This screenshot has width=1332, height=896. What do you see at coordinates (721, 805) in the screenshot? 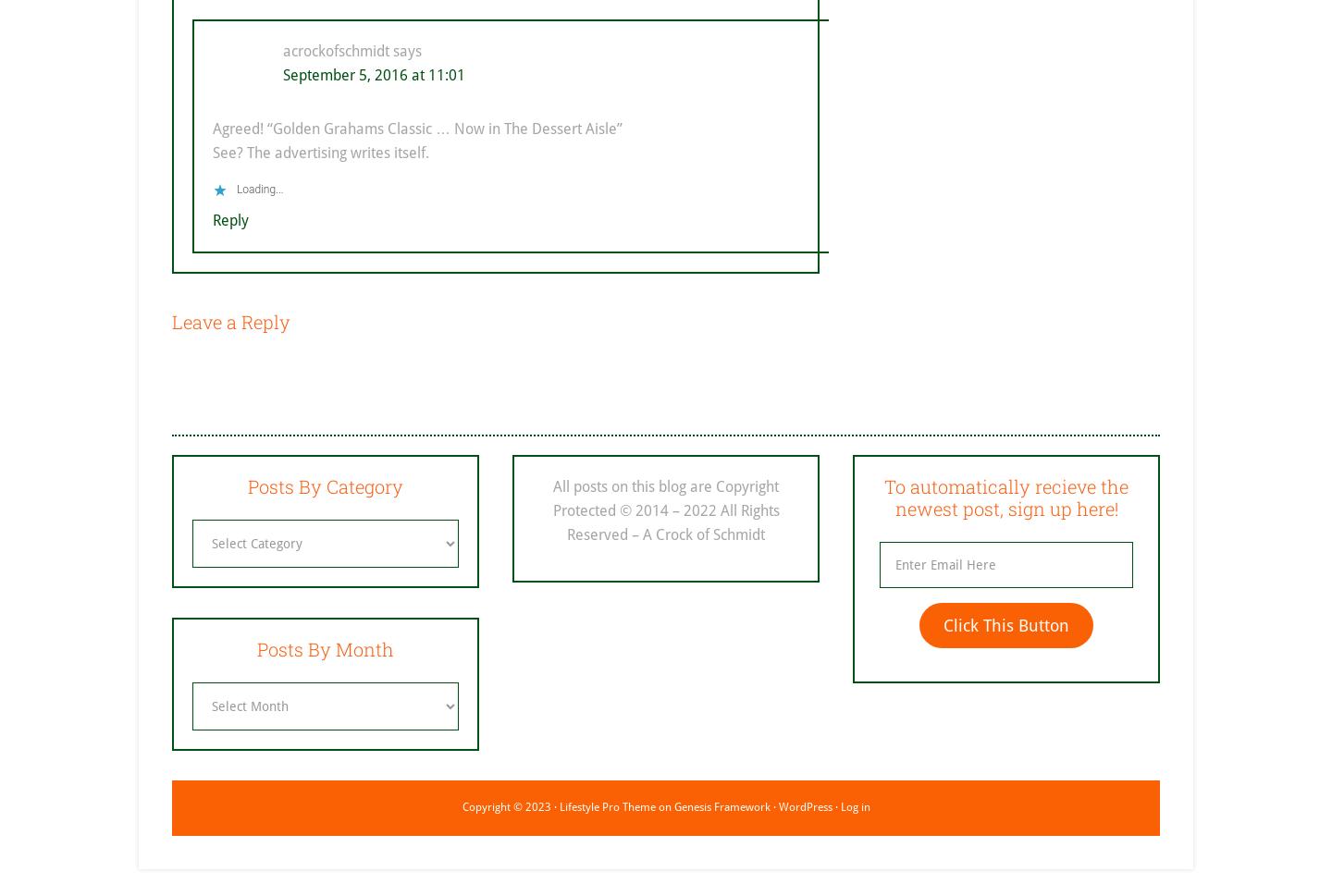
I see `'Genesis Framework'` at bounding box center [721, 805].